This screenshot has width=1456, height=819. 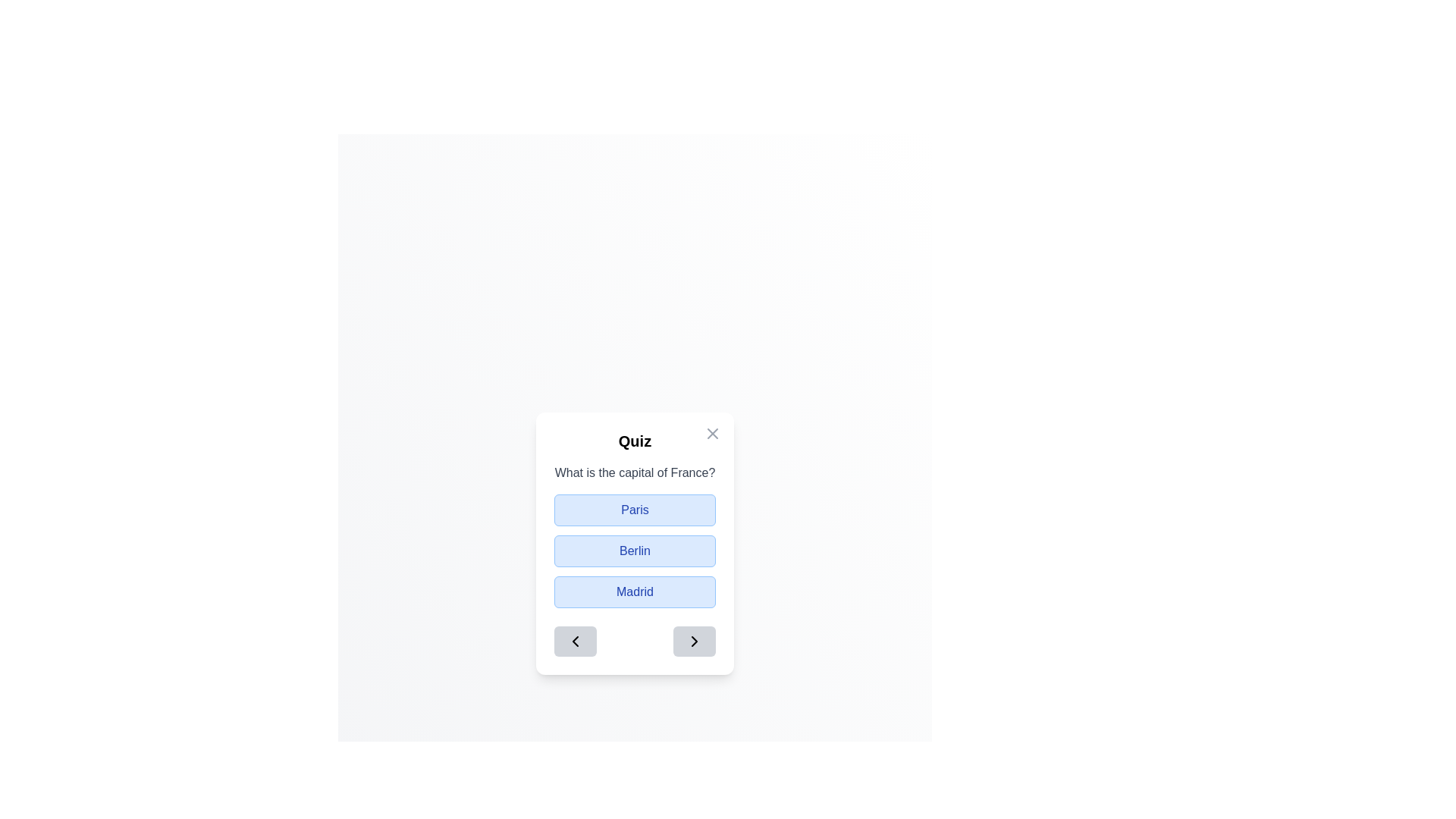 I want to click on the rectangular button with a light gray background and a left-pointing black chevron arrow, so click(x=574, y=641).